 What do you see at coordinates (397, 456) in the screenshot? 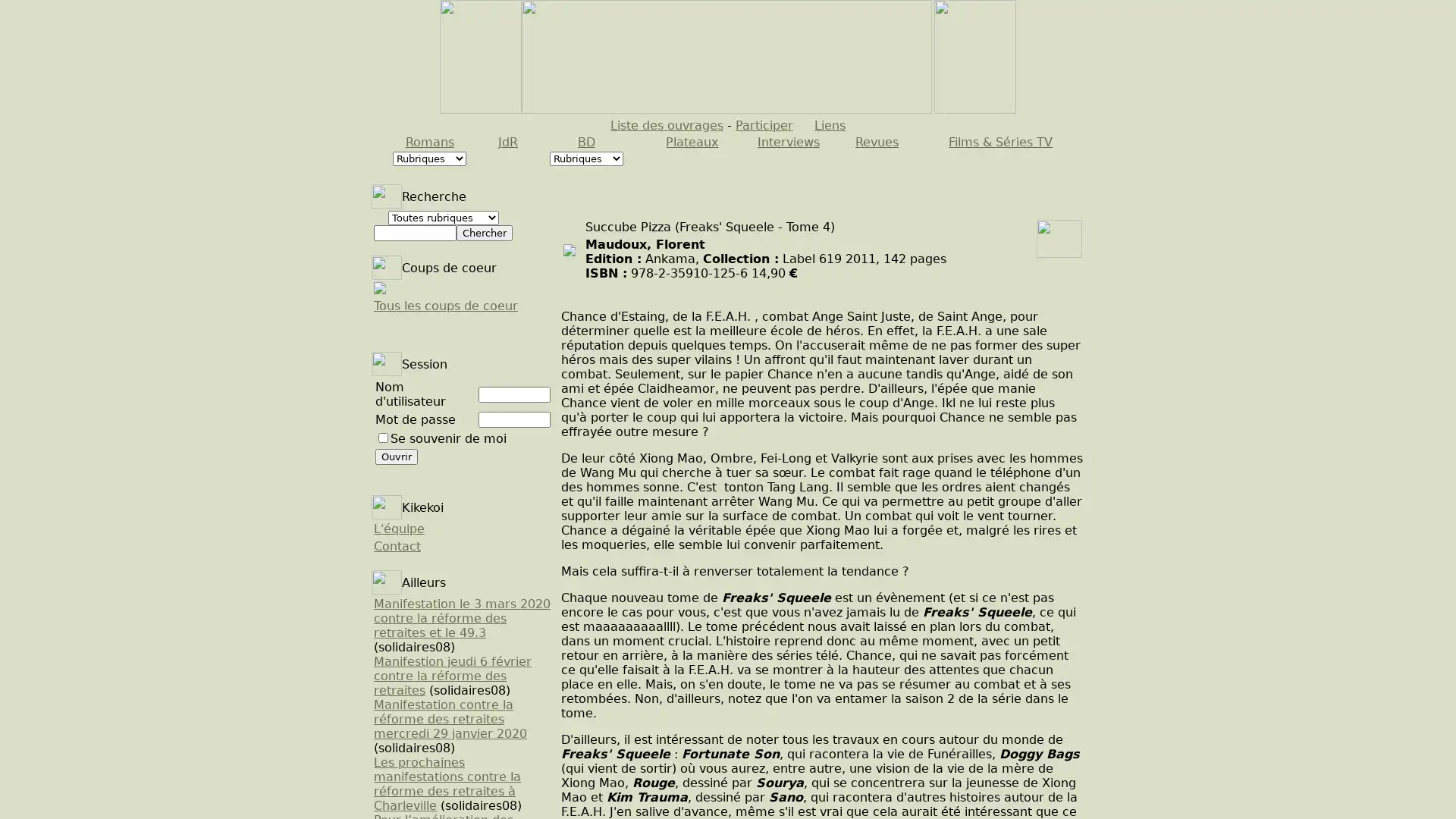
I see `Ouvrir` at bounding box center [397, 456].